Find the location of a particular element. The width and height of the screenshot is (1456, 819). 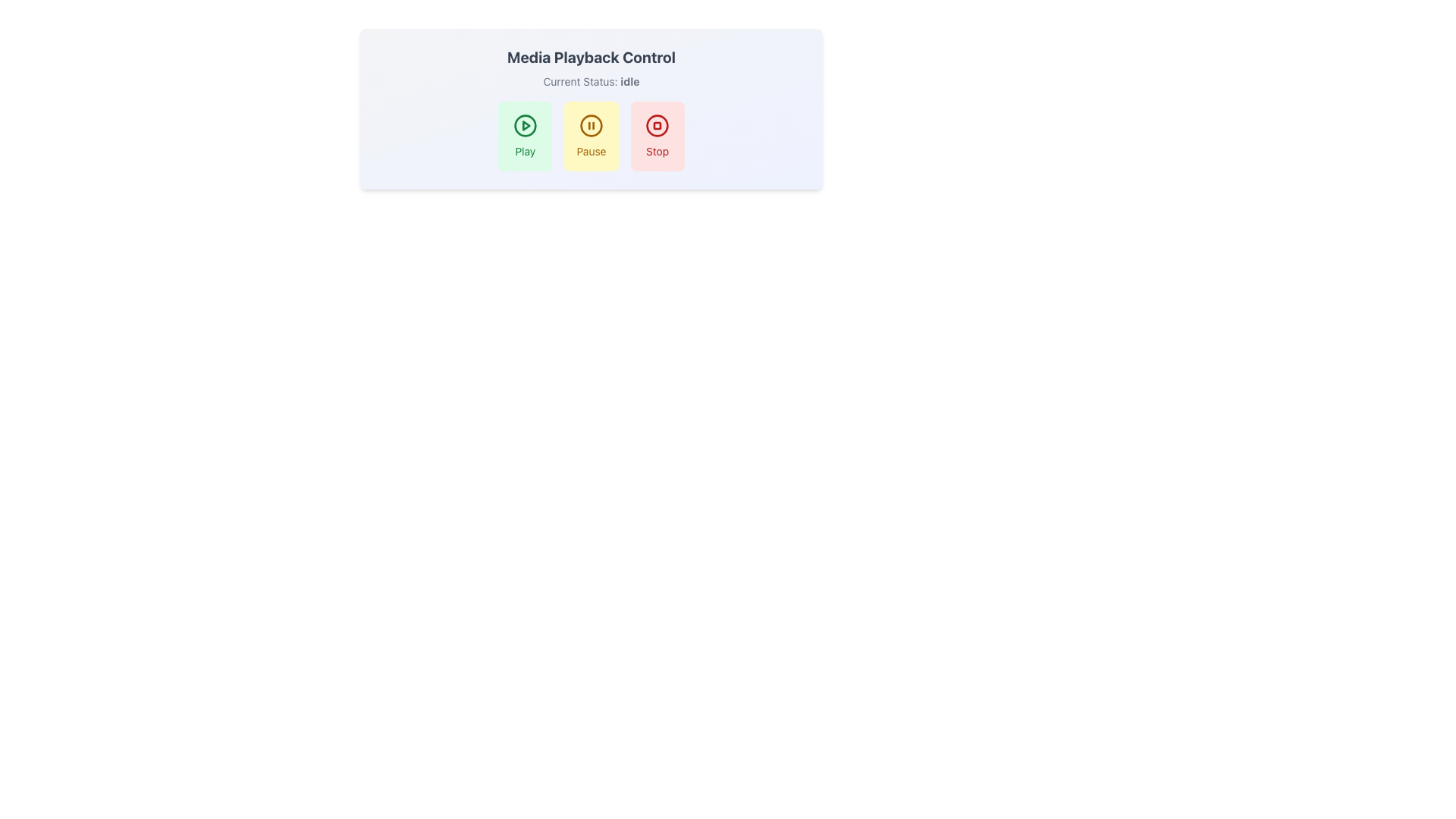

the 'Stop' icon in the media control interface is located at coordinates (657, 124).